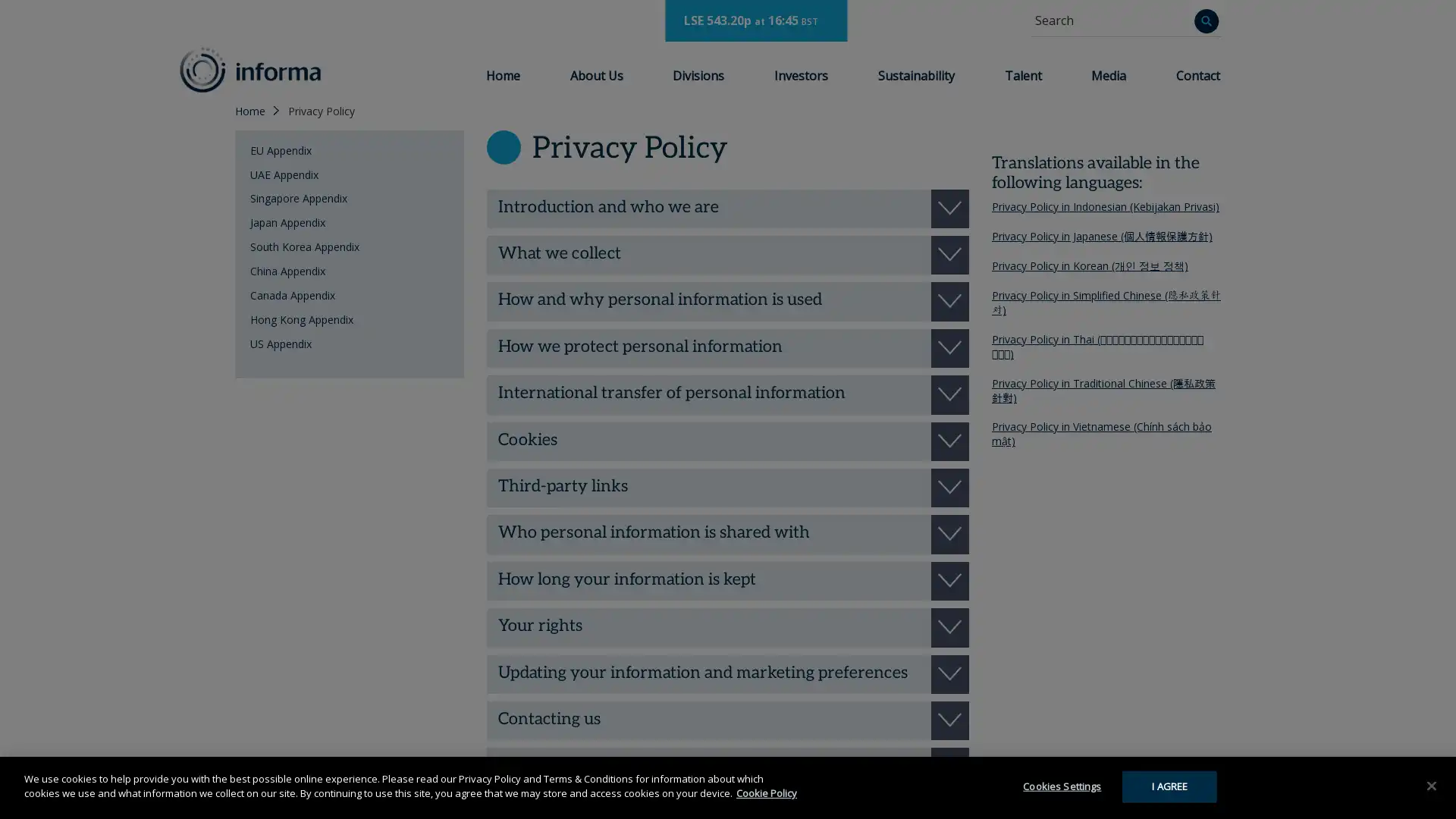 This screenshot has height=819, width=1456. I want to click on I AGREE, so click(1169, 786).